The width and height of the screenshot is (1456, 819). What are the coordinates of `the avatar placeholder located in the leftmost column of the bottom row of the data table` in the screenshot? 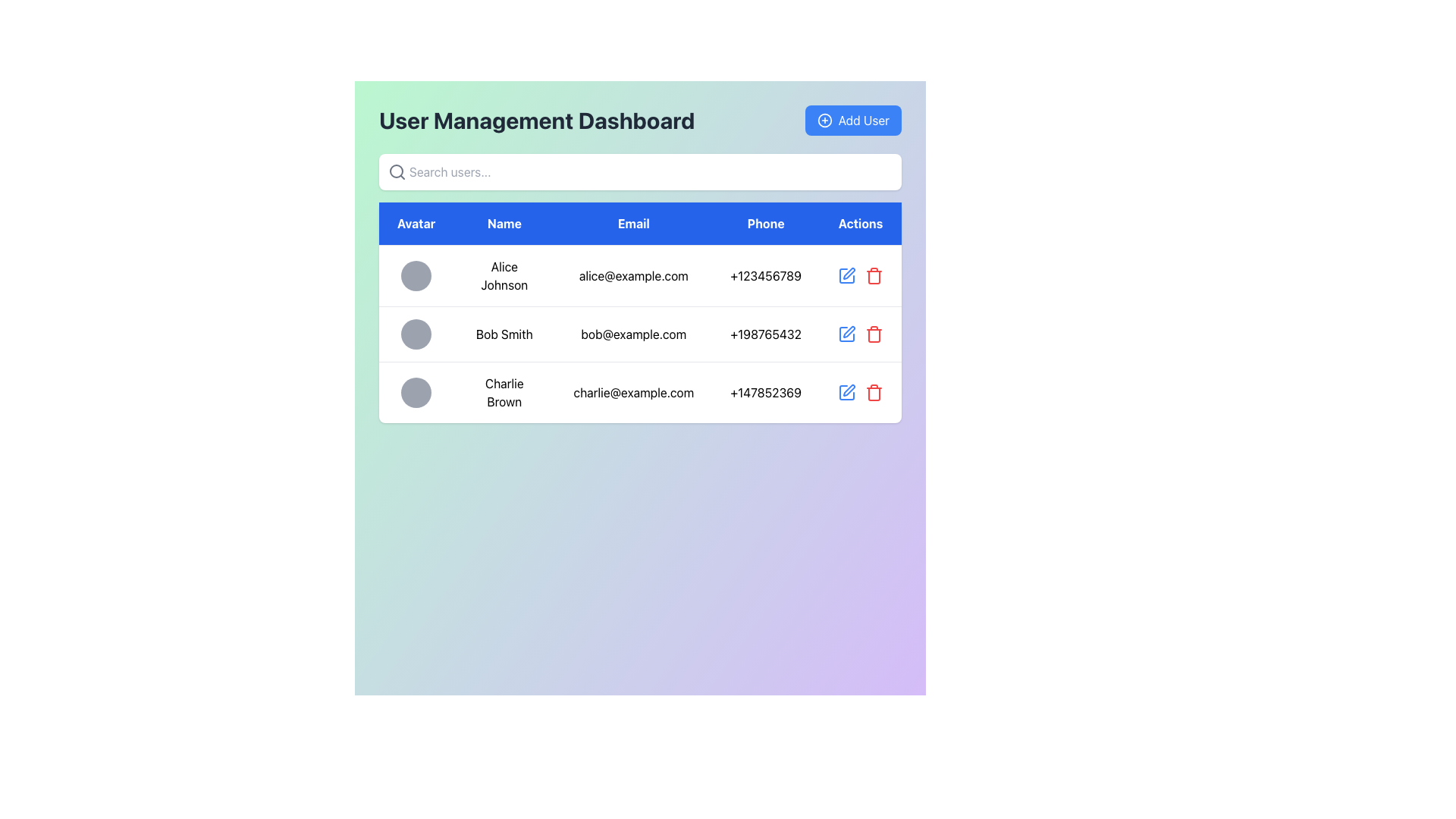 It's located at (416, 391).